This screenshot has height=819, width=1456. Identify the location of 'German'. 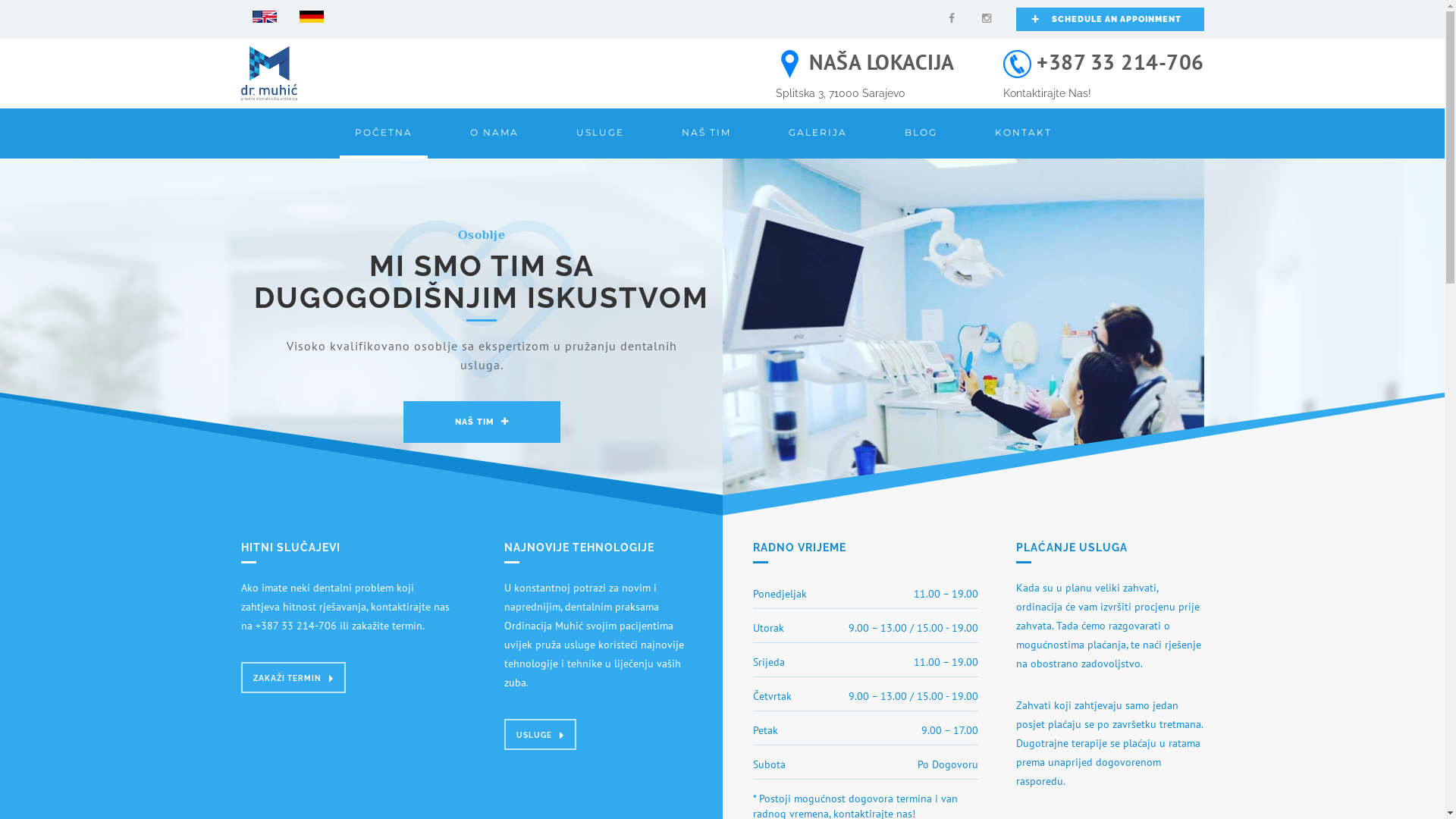
(309, 14).